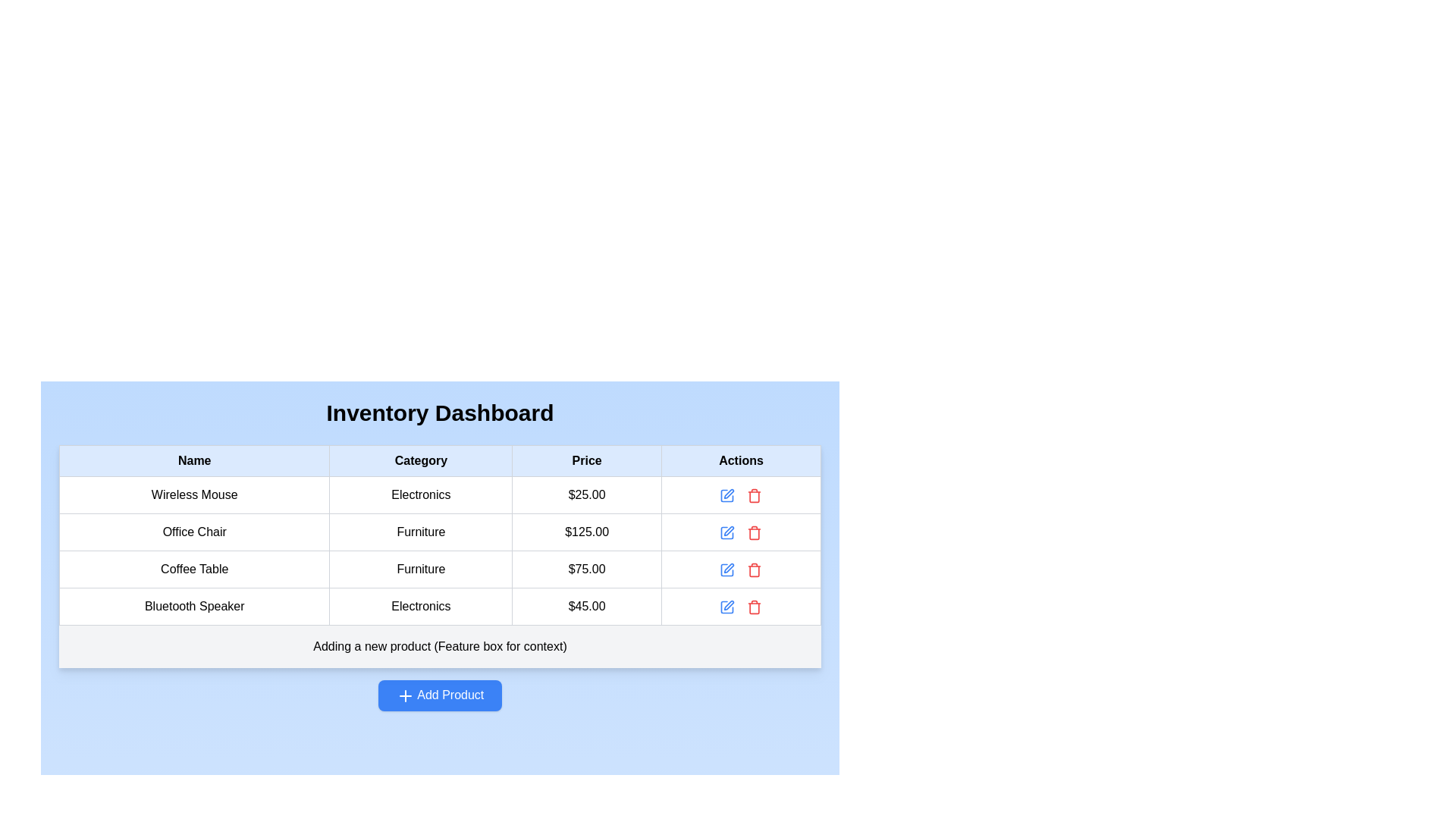 This screenshot has height=819, width=1456. I want to click on the 'Add Product' button with a blue background and white text, so click(439, 695).